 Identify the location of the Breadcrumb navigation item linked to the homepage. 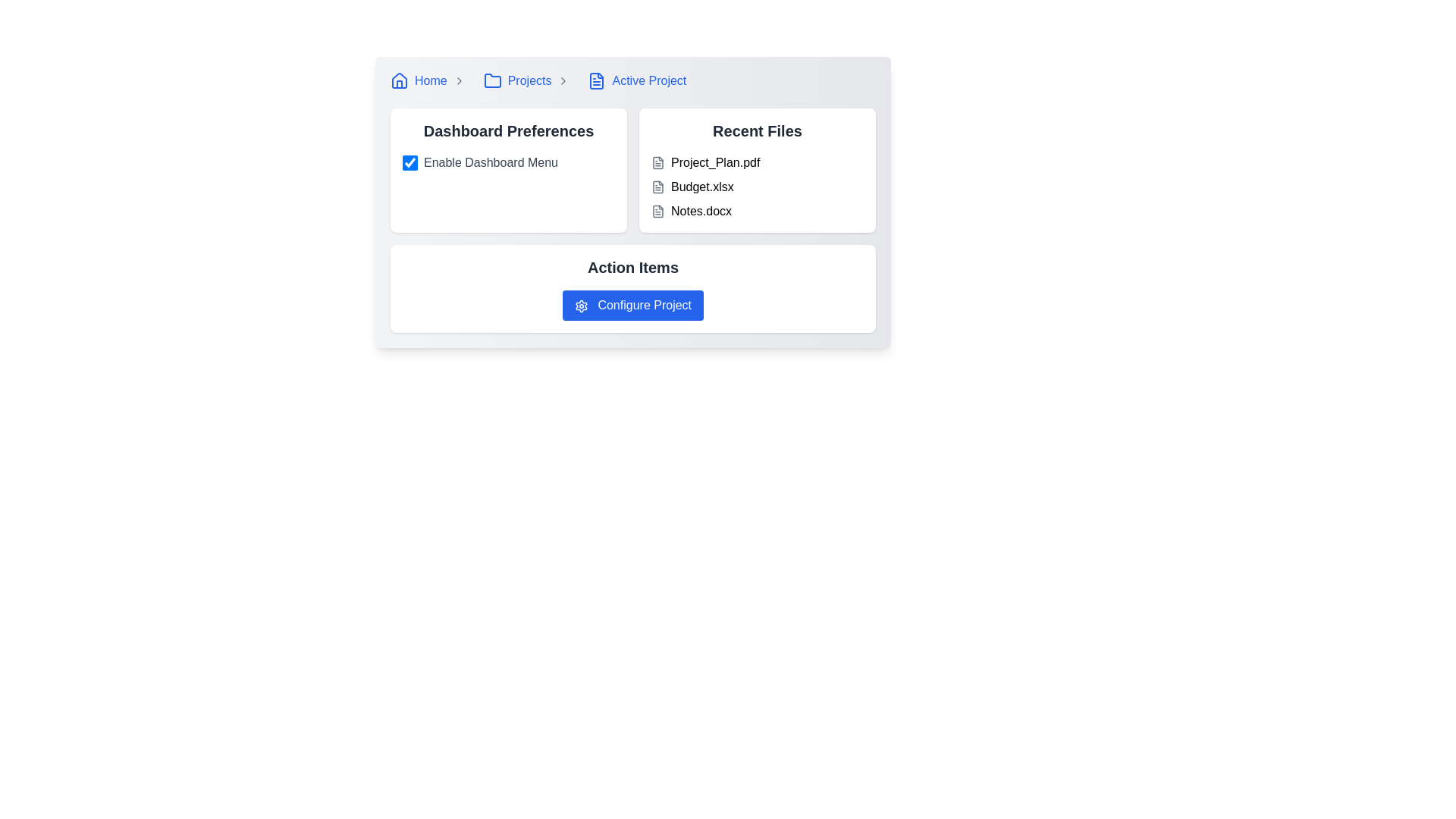
(430, 81).